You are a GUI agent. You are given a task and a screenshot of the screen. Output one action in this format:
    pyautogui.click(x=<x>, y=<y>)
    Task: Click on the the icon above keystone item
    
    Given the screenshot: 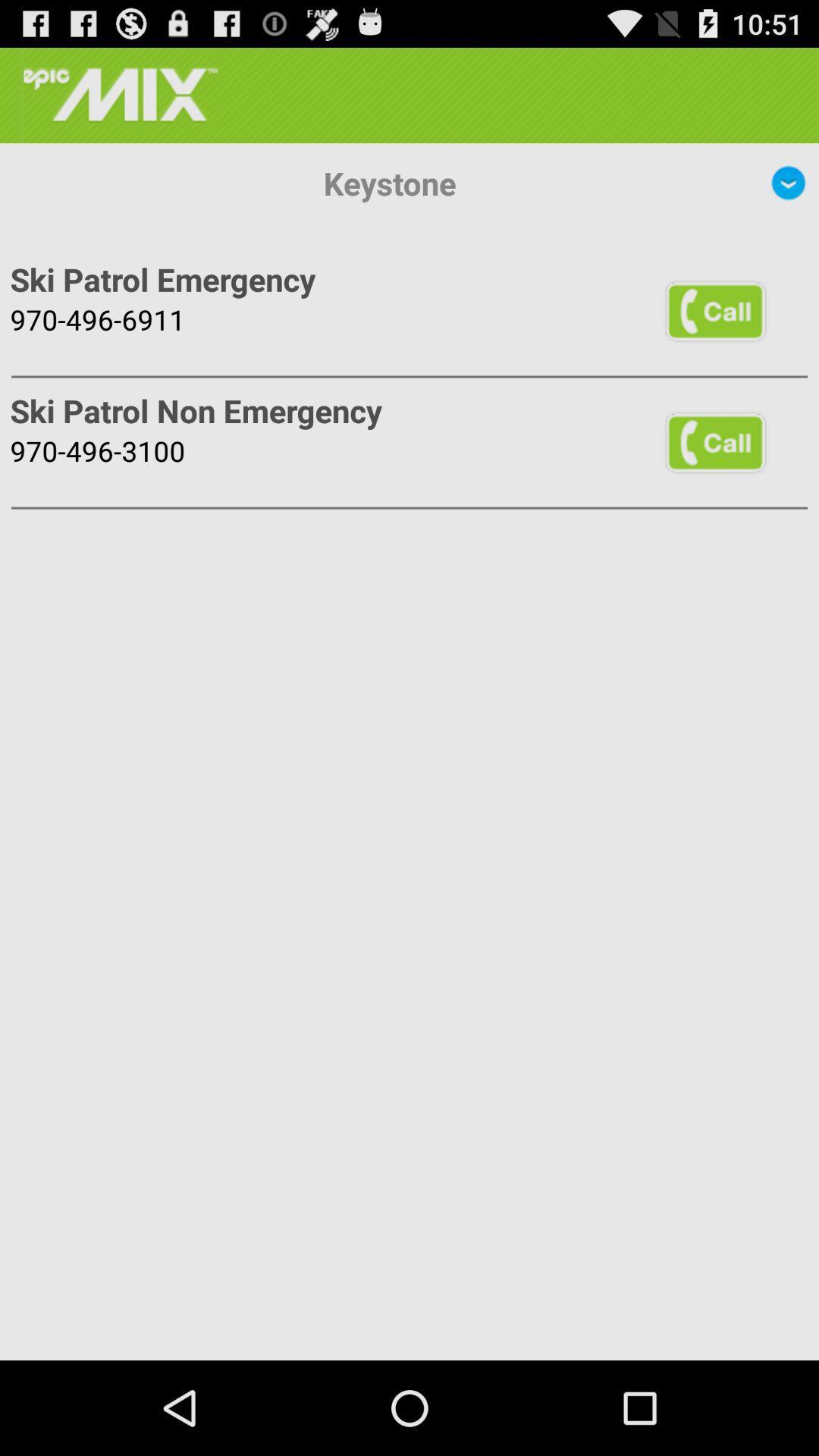 What is the action you would take?
    pyautogui.click(x=118, y=94)
    